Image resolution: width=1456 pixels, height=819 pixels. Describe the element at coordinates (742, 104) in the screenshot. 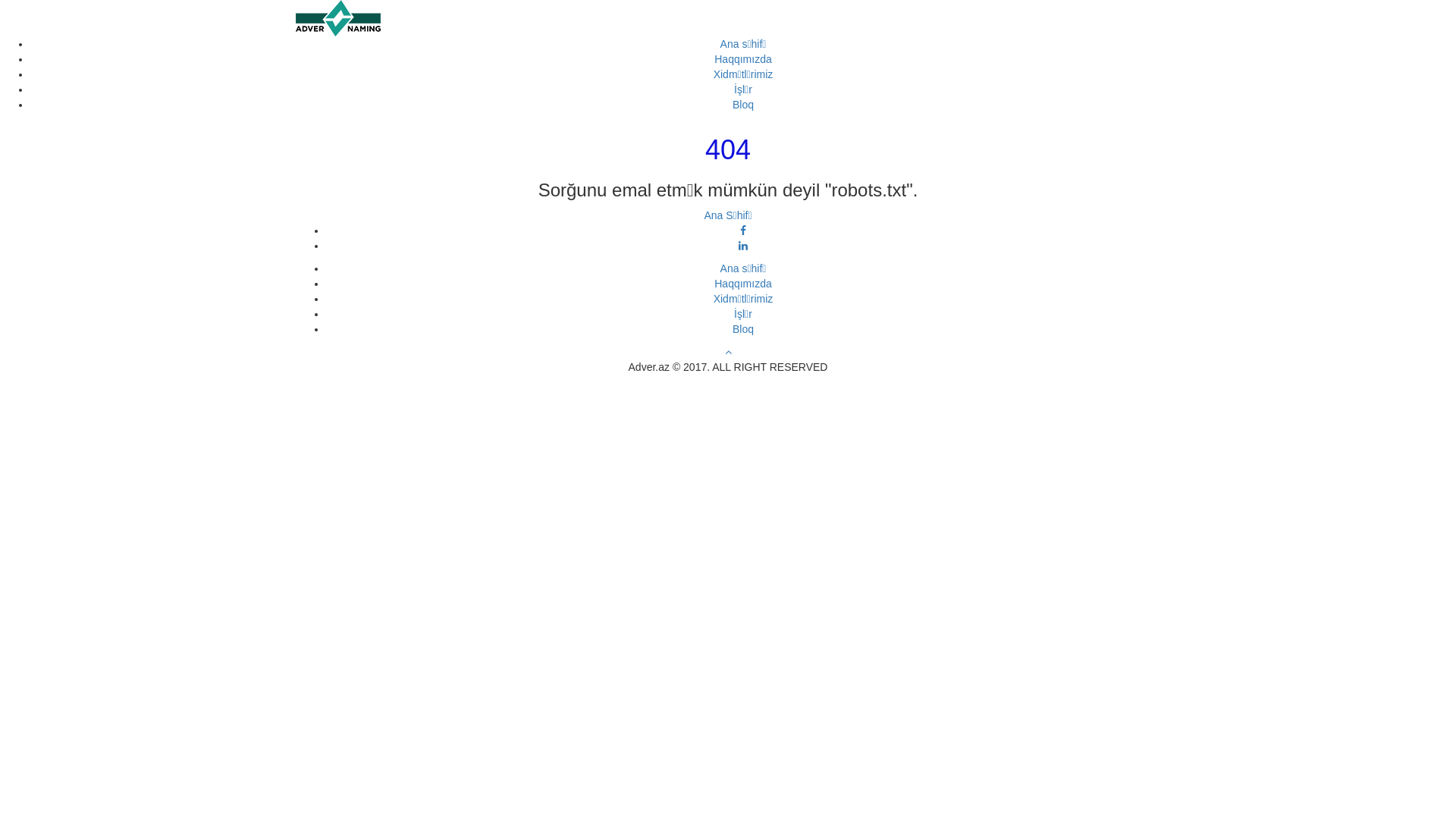

I see `'Bloq'` at that location.